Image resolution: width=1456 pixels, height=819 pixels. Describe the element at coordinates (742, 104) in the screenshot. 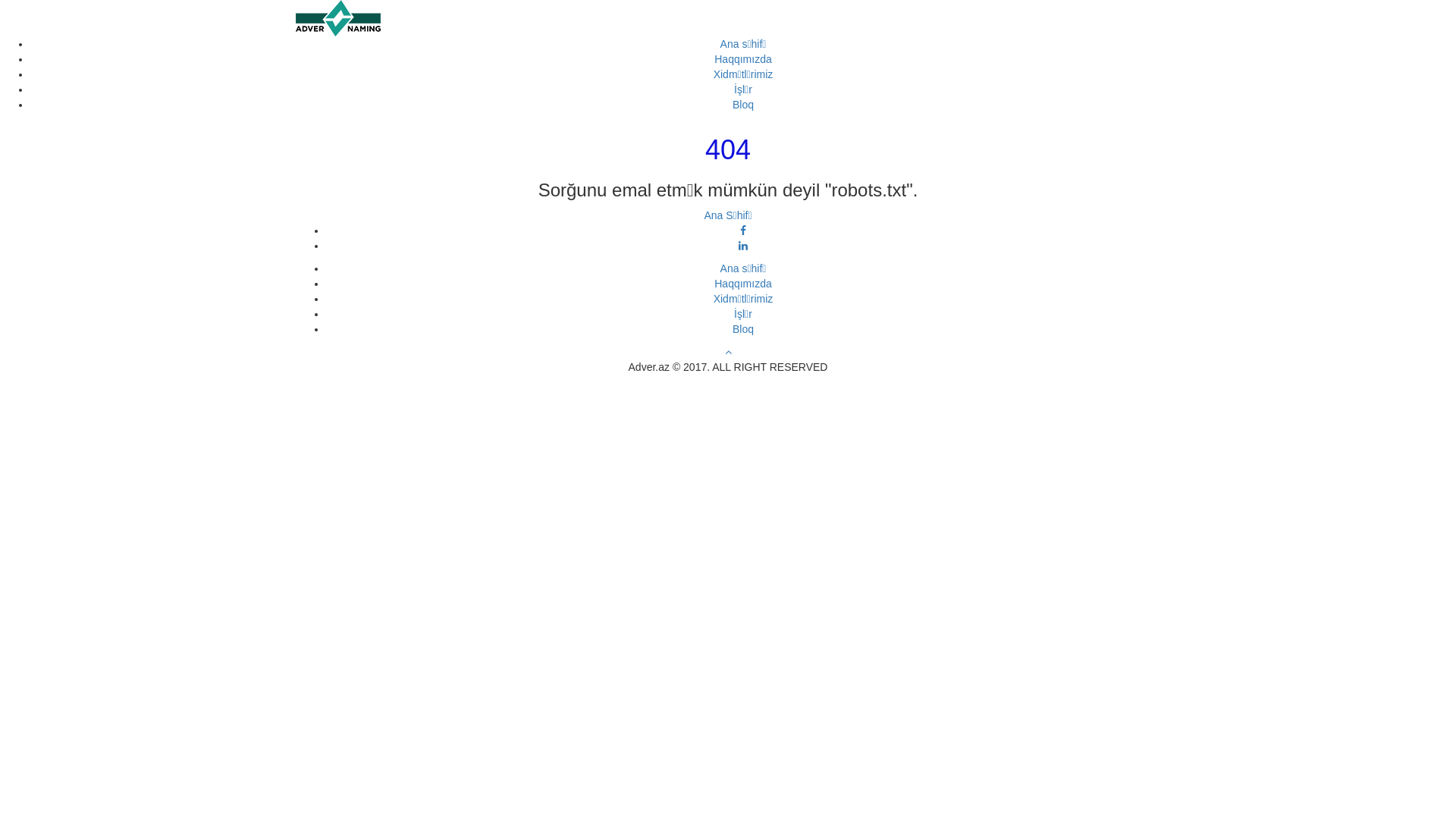

I see `'Bloq'` at that location.